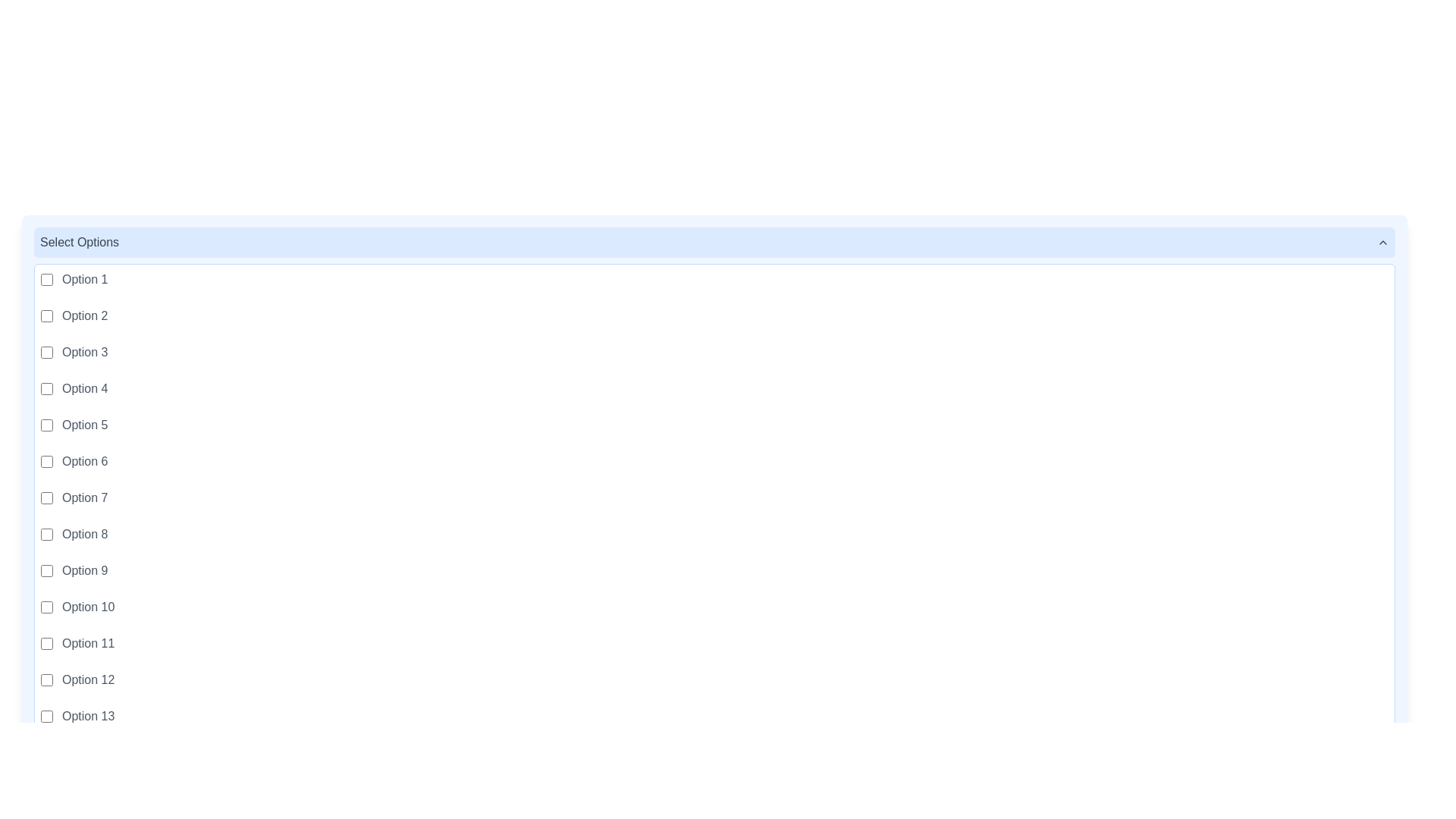  I want to click on the text label that describes the checkbox located immediately to the right of it, which is the seventh item in the vertical list of options, so click(84, 497).